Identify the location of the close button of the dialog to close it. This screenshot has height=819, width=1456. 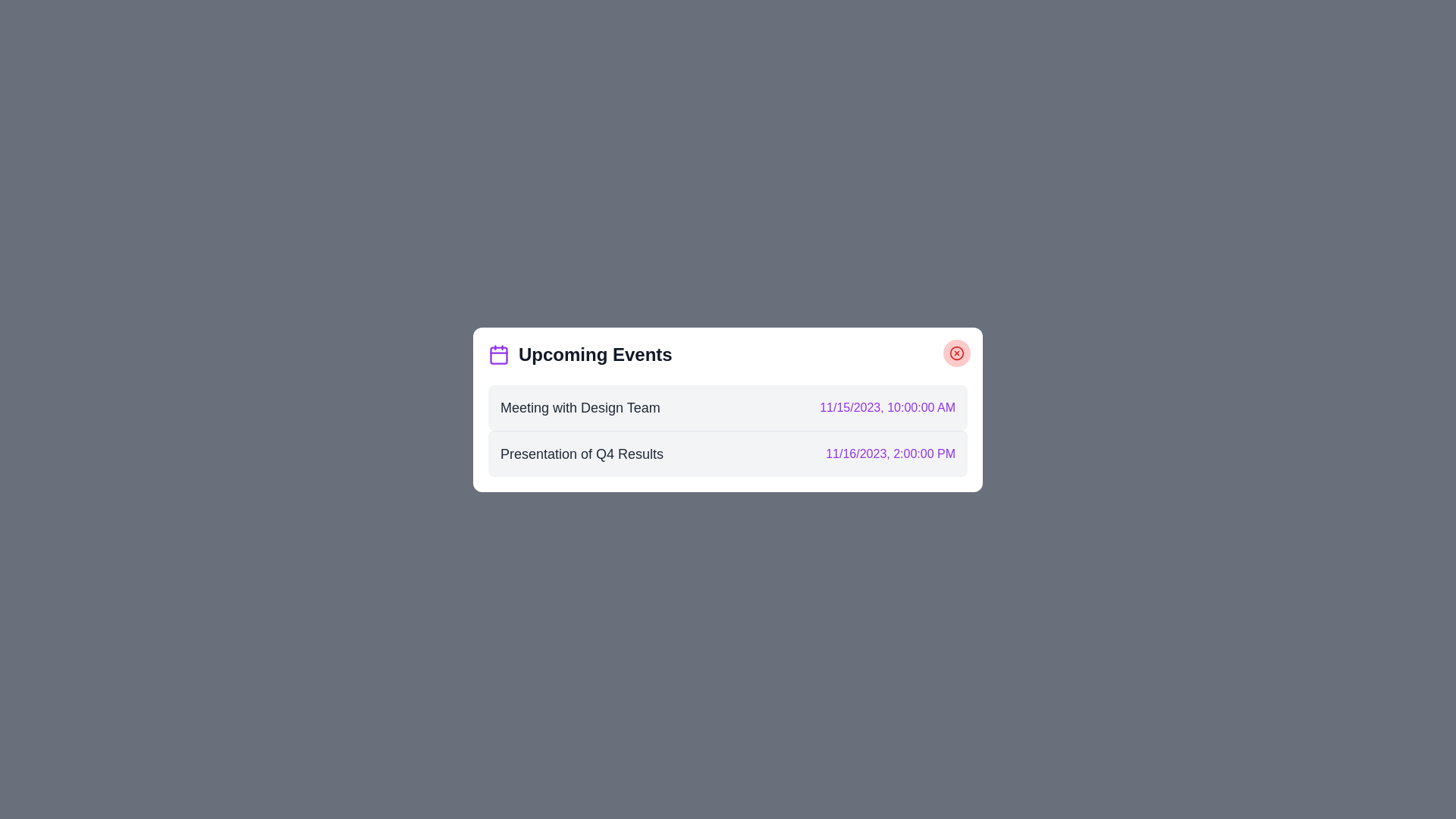
(956, 353).